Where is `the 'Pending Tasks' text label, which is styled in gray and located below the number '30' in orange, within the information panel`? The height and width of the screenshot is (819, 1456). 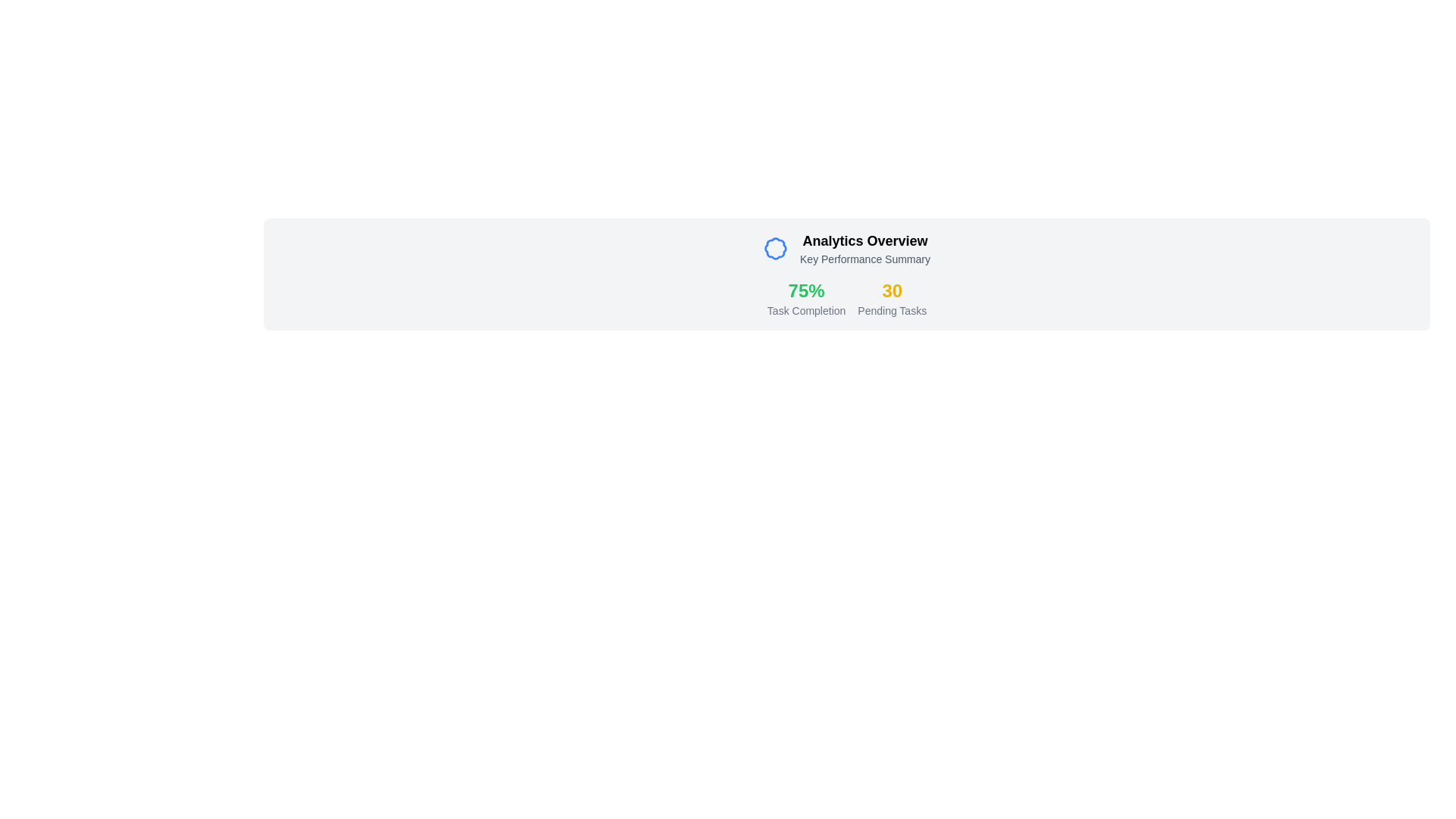 the 'Pending Tasks' text label, which is styled in gray and located below the number '30' in orange, within the information panel is located at coordinates (892, 309).